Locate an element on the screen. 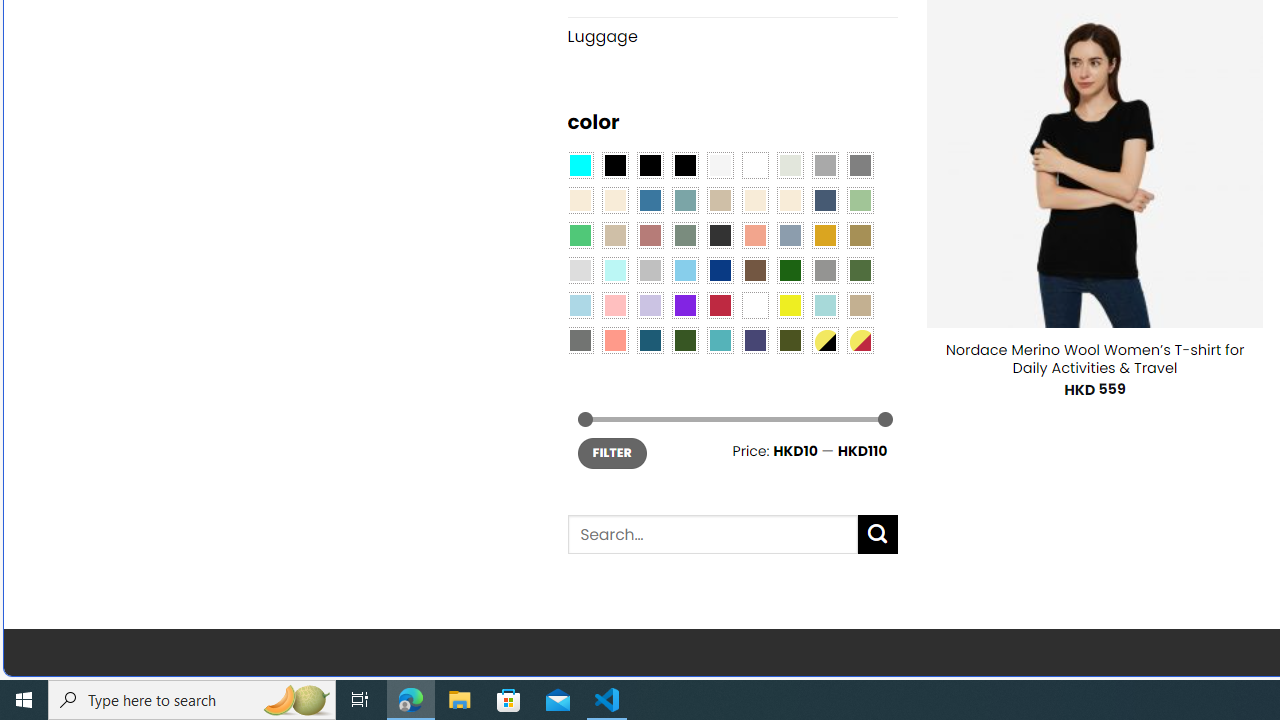 This screenshot has width=1280, height=720. 'Mint' is located at coordinates (614, 270).